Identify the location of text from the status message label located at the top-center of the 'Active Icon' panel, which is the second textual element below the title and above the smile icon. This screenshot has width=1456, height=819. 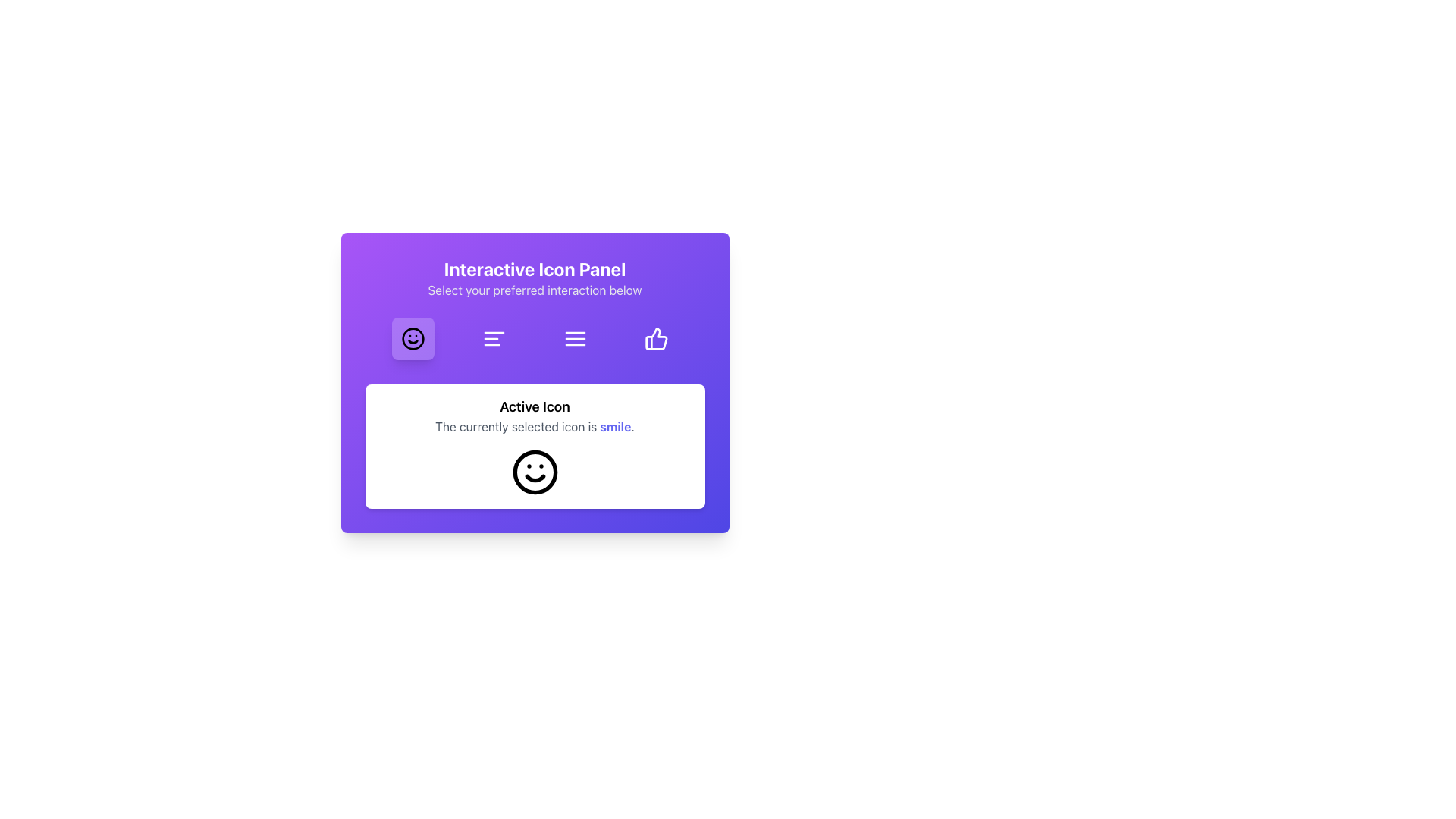
(535, 427).